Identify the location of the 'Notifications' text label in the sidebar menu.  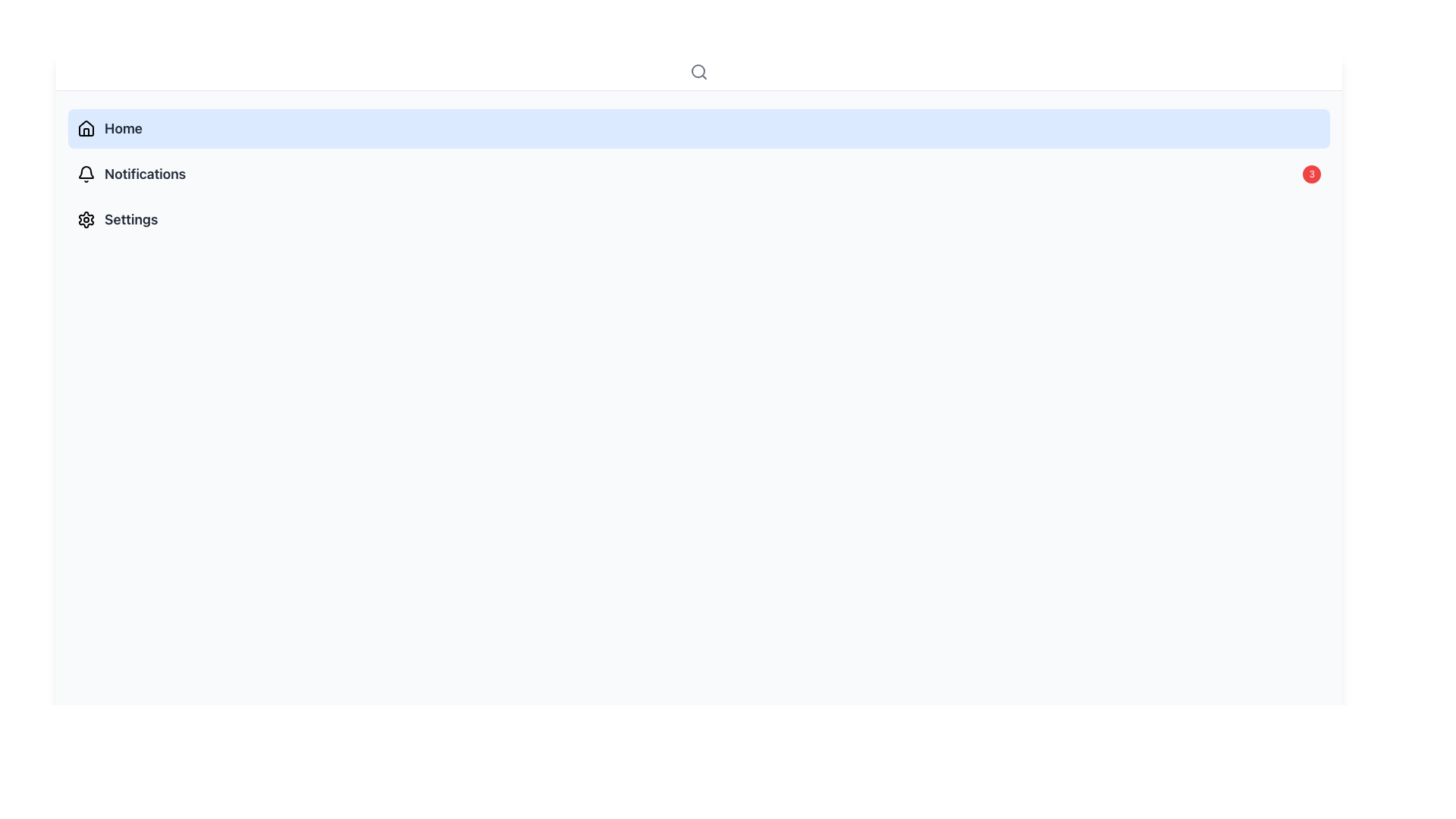
(145, 174).